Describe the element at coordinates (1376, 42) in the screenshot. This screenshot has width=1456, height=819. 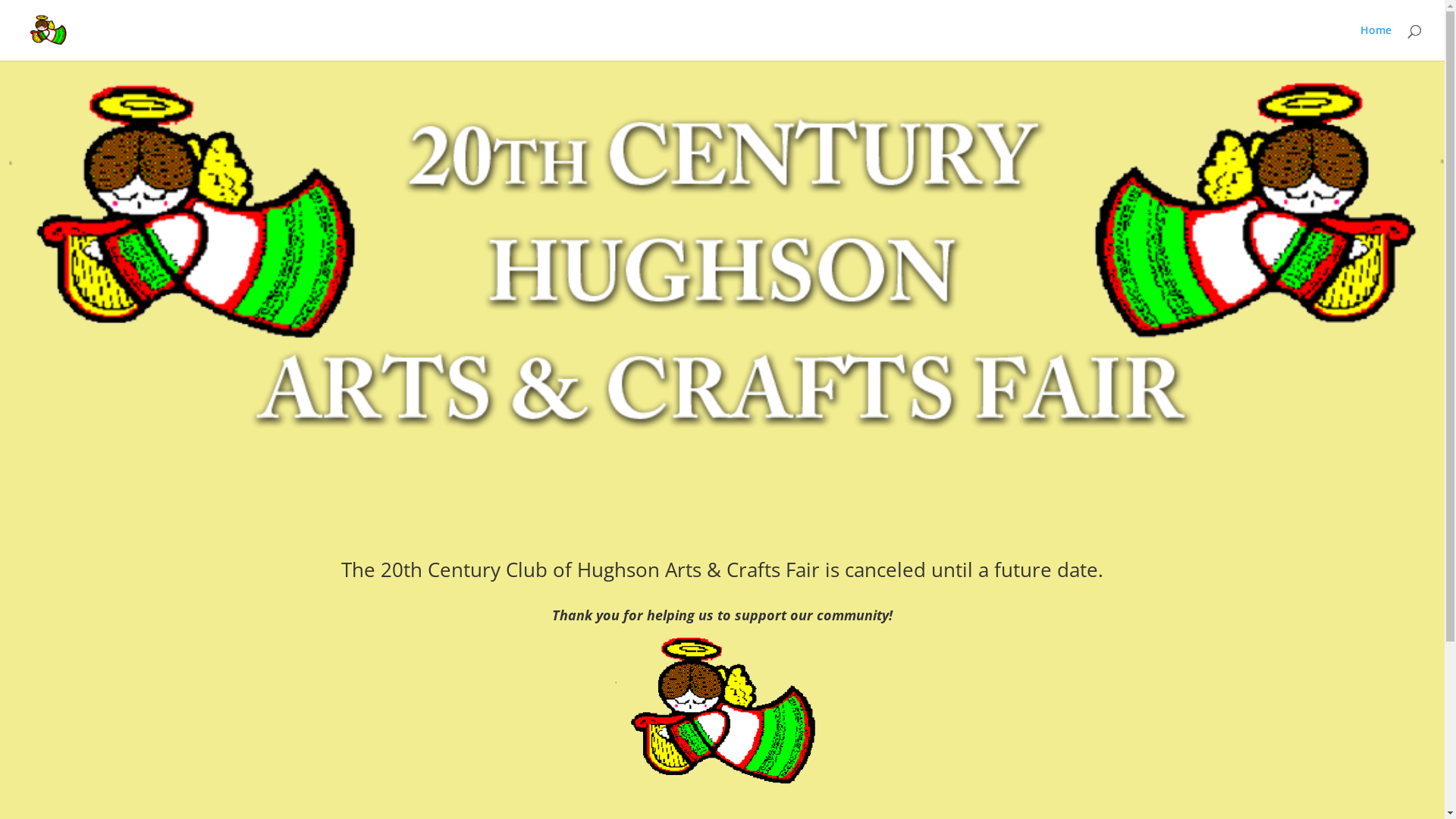
I see `'Home'` at that location.